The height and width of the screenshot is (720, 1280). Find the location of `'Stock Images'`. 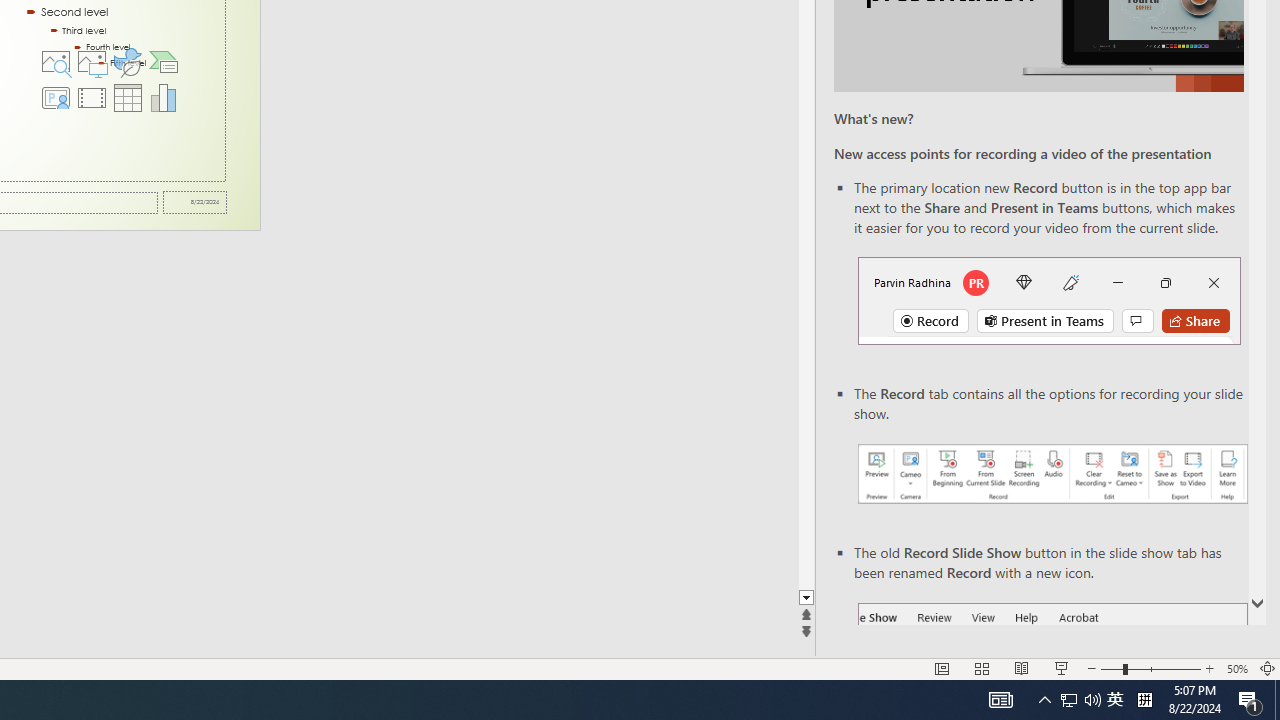

'Stock Images' is located at coordinates (55, 60).